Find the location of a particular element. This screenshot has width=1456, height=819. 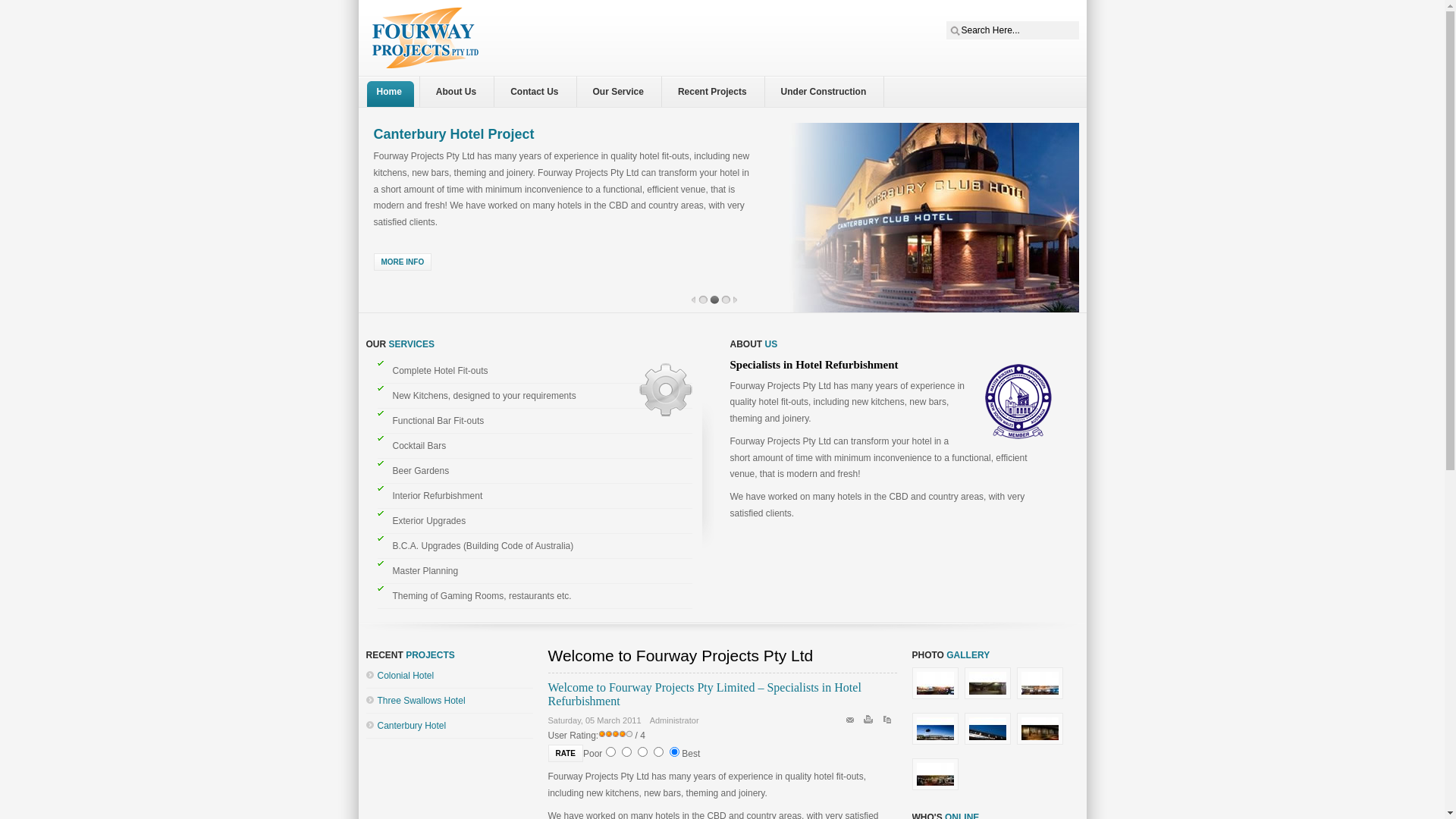

'Photo Gallery' is located at coordinates (964, 745).